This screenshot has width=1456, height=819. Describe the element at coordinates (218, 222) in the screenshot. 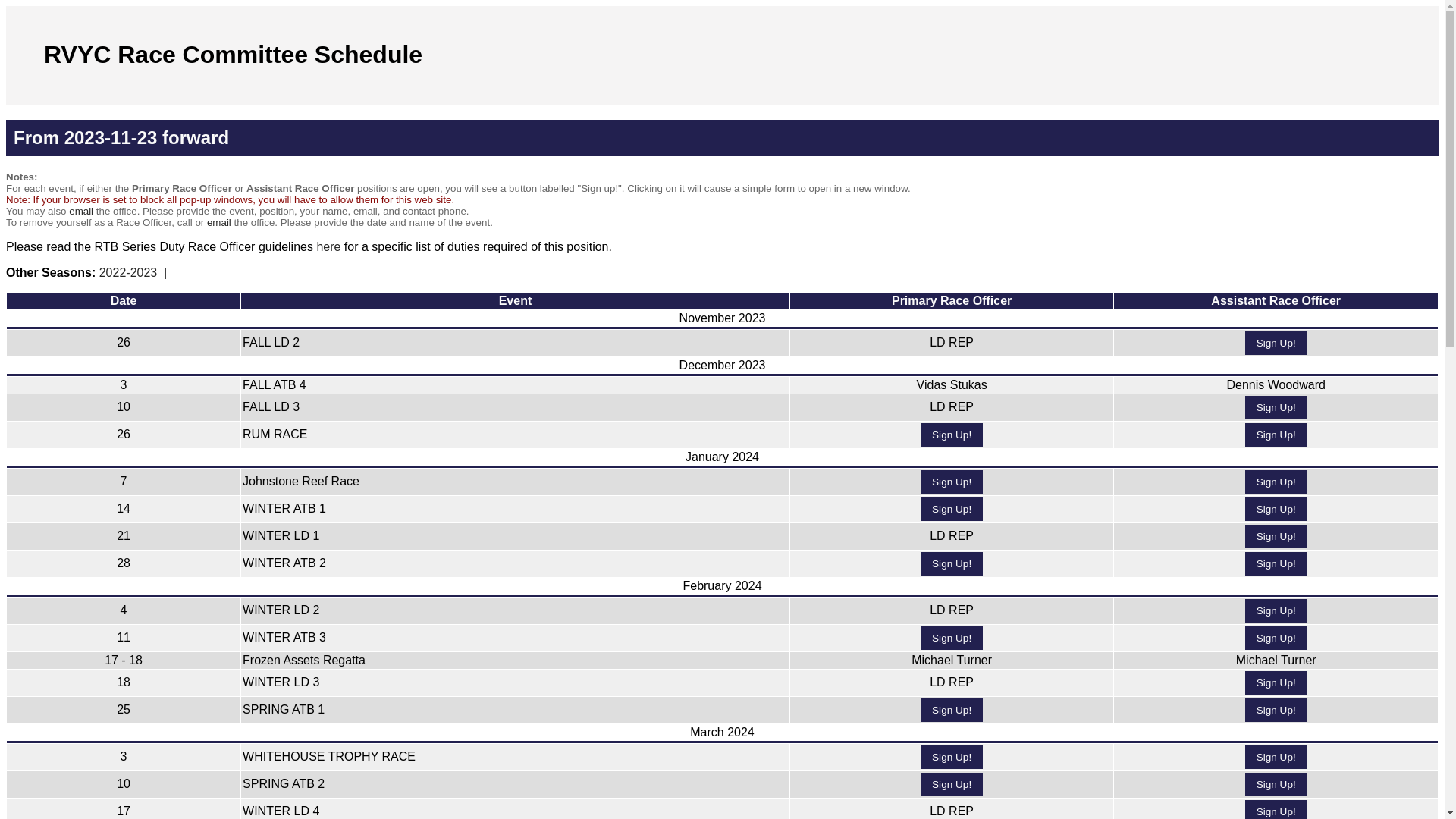

I see `'email'` at that location.